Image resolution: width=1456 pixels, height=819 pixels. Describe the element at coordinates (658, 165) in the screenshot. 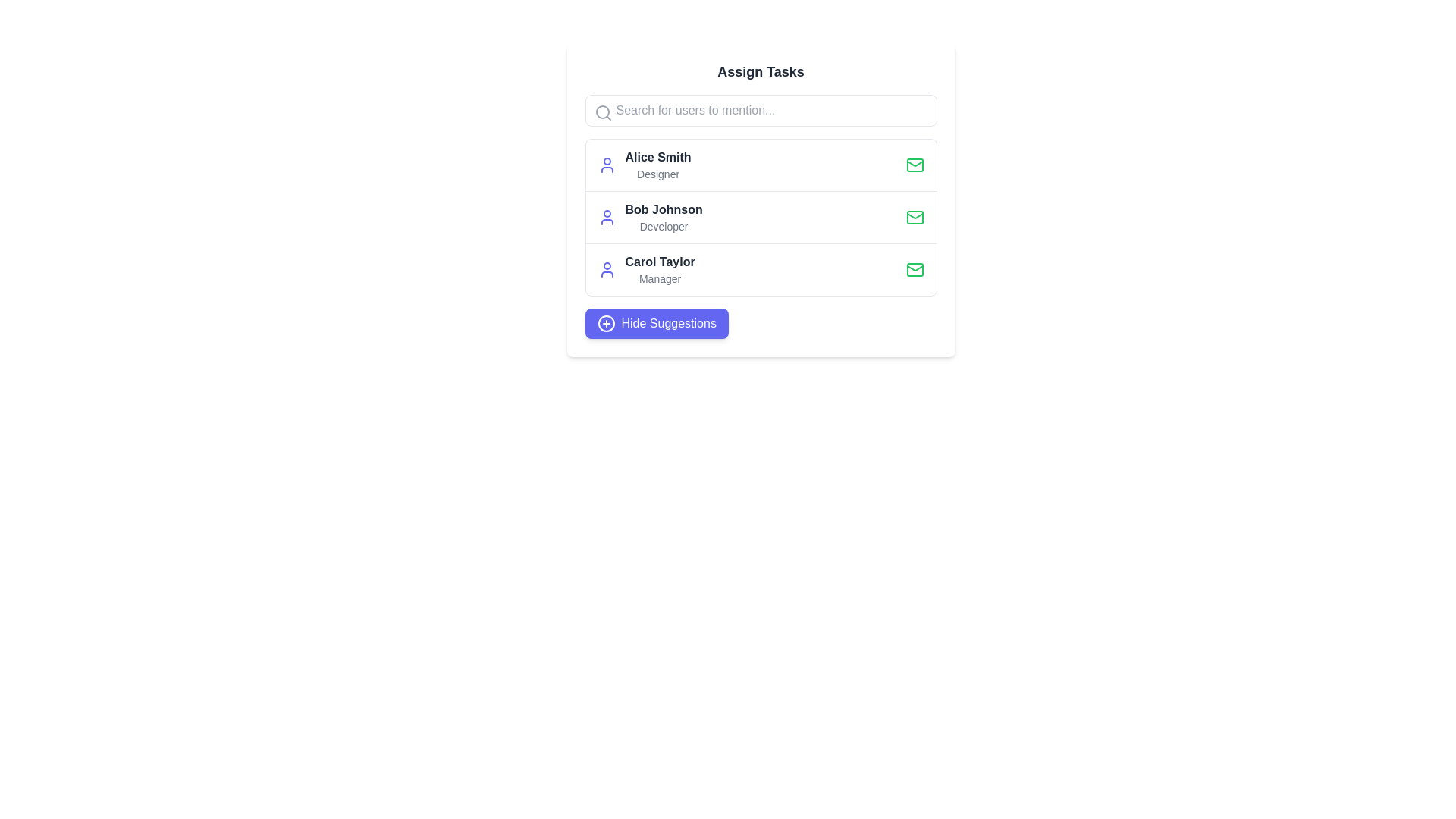

I see `text display element showing the user's full name 'Alice Smith' and title 'Designer', which is the first entry in a vertically stacked list within a card` at that location.